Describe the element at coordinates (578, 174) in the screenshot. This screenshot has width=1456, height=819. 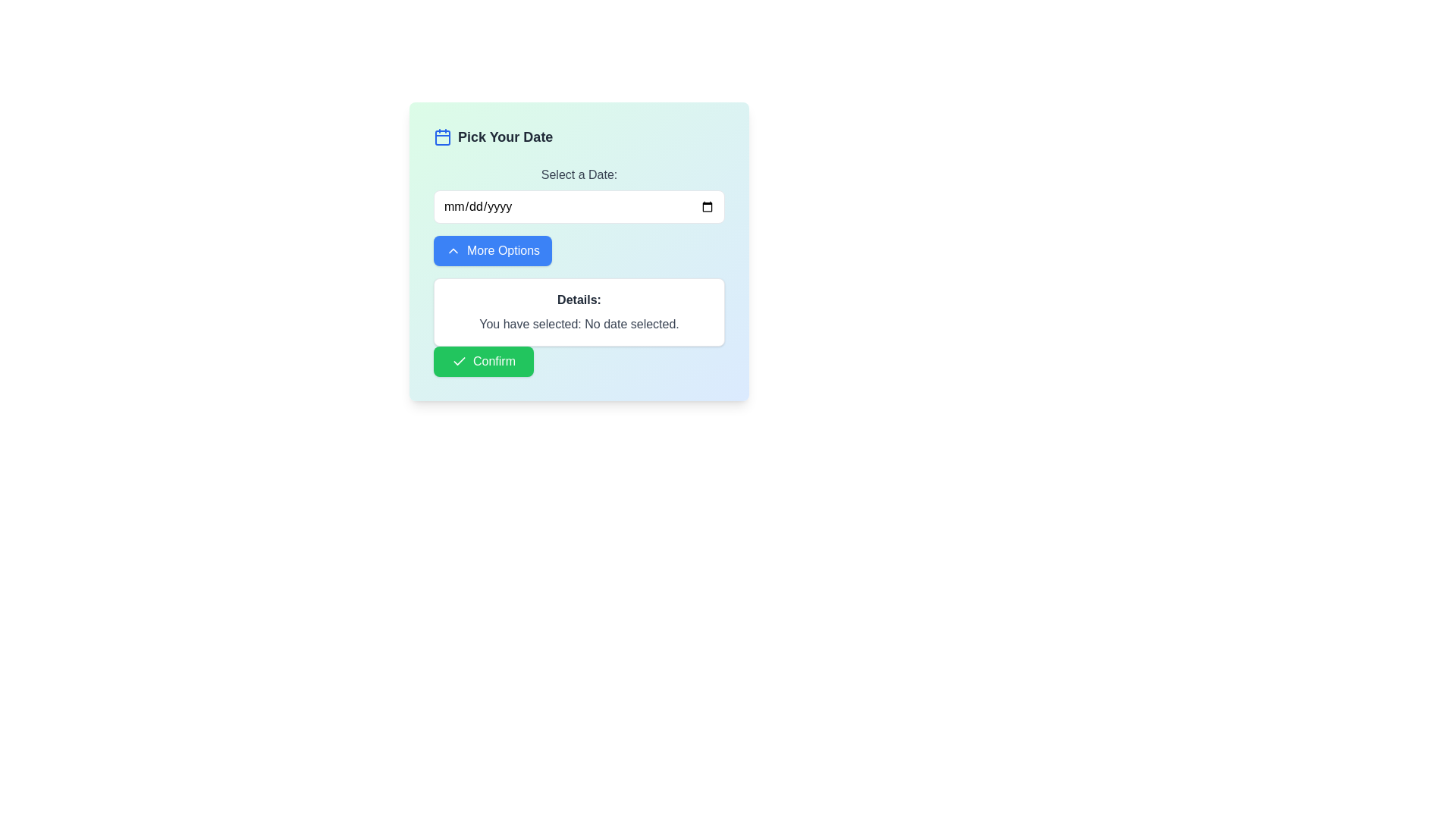
I see `the text label displaying 'Select a Date:'` at that location.